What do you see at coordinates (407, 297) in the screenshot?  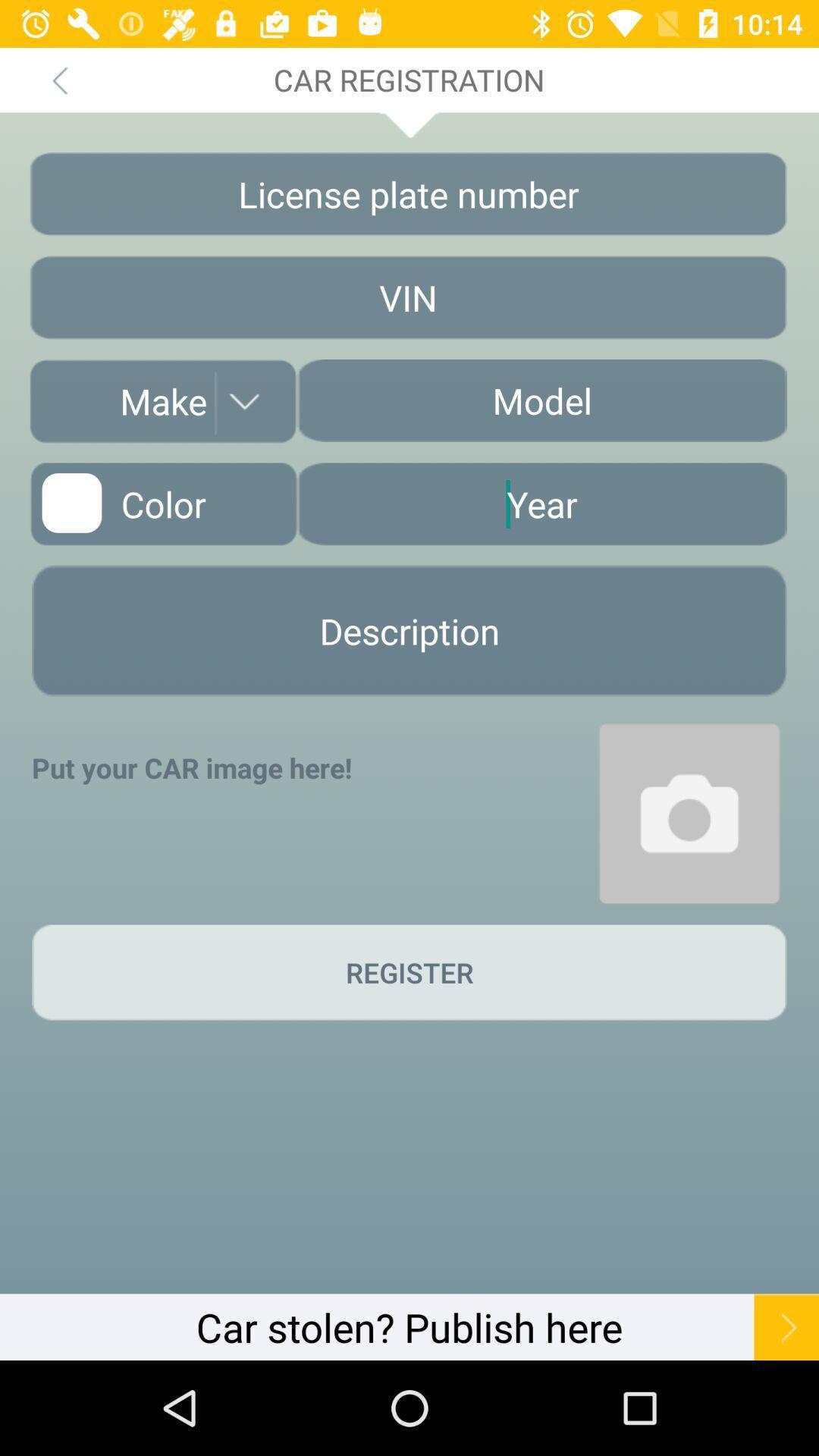 I see `a vin number` at bounding box center [407, 297].